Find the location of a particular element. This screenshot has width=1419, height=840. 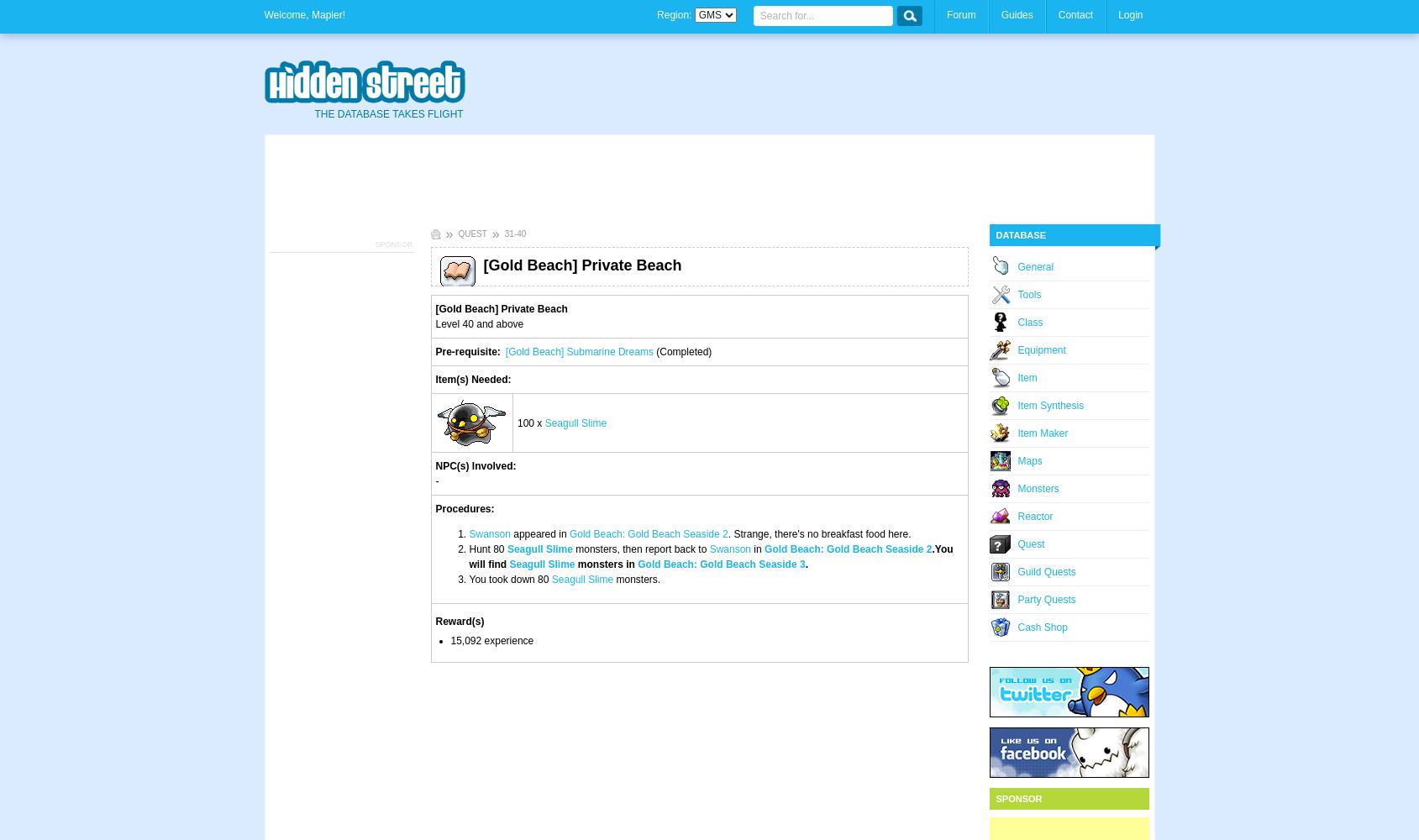

'The Database Takes Flight' is located at coordinates (387, 114).